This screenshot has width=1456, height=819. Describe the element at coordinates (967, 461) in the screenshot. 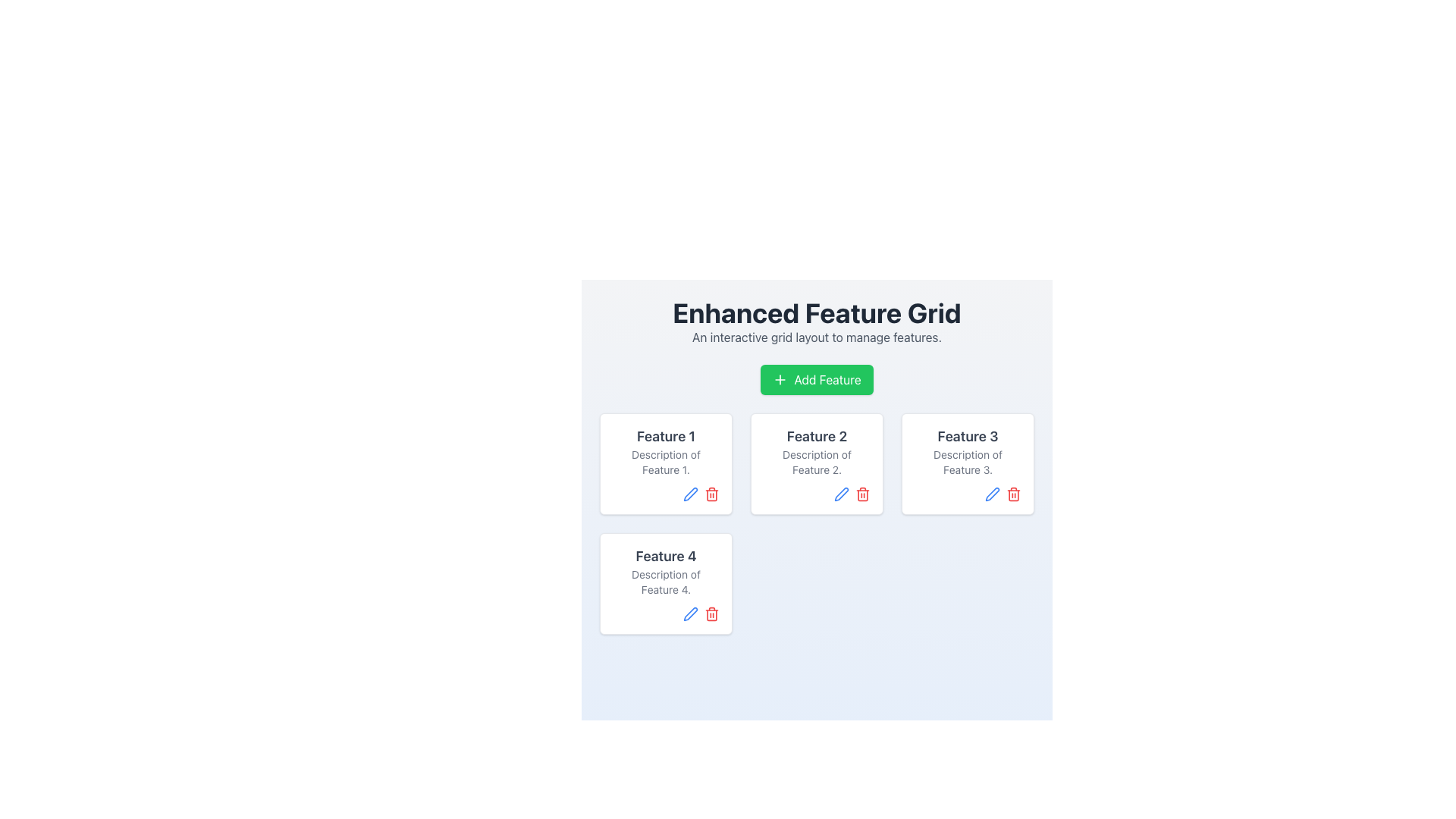

I see `the text label displaying 'Description of Feature 3.' which is styled in small, gray text located below the 'Feature 3' header within the third card in the top right of the grid layout` at that location.